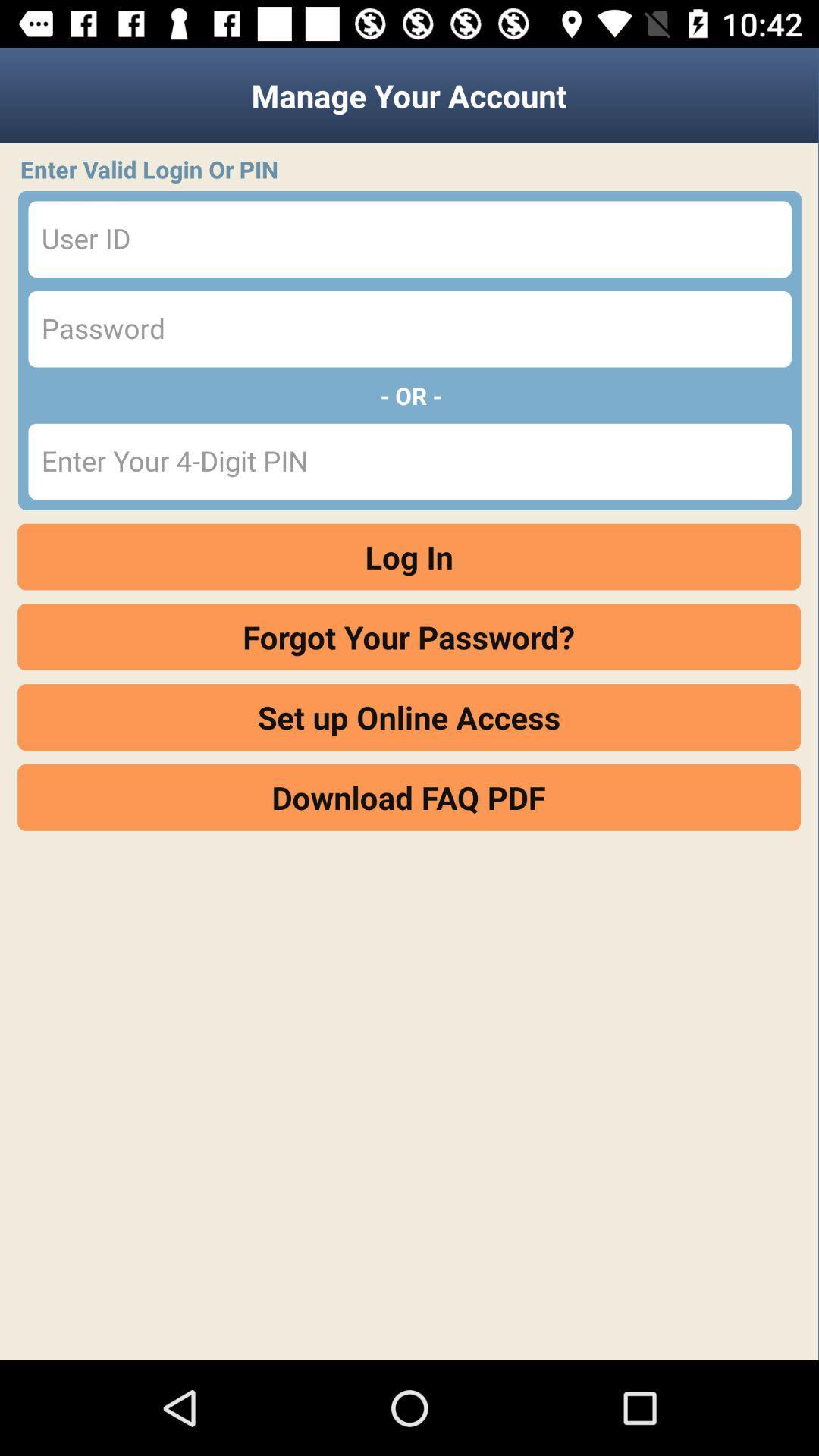 This screenshot has width=819, height=1456. What do you see at coordinates (408, 717) in the screenshot?
I see `item above the download faq pdf icon` at bounding box center [408, 717].